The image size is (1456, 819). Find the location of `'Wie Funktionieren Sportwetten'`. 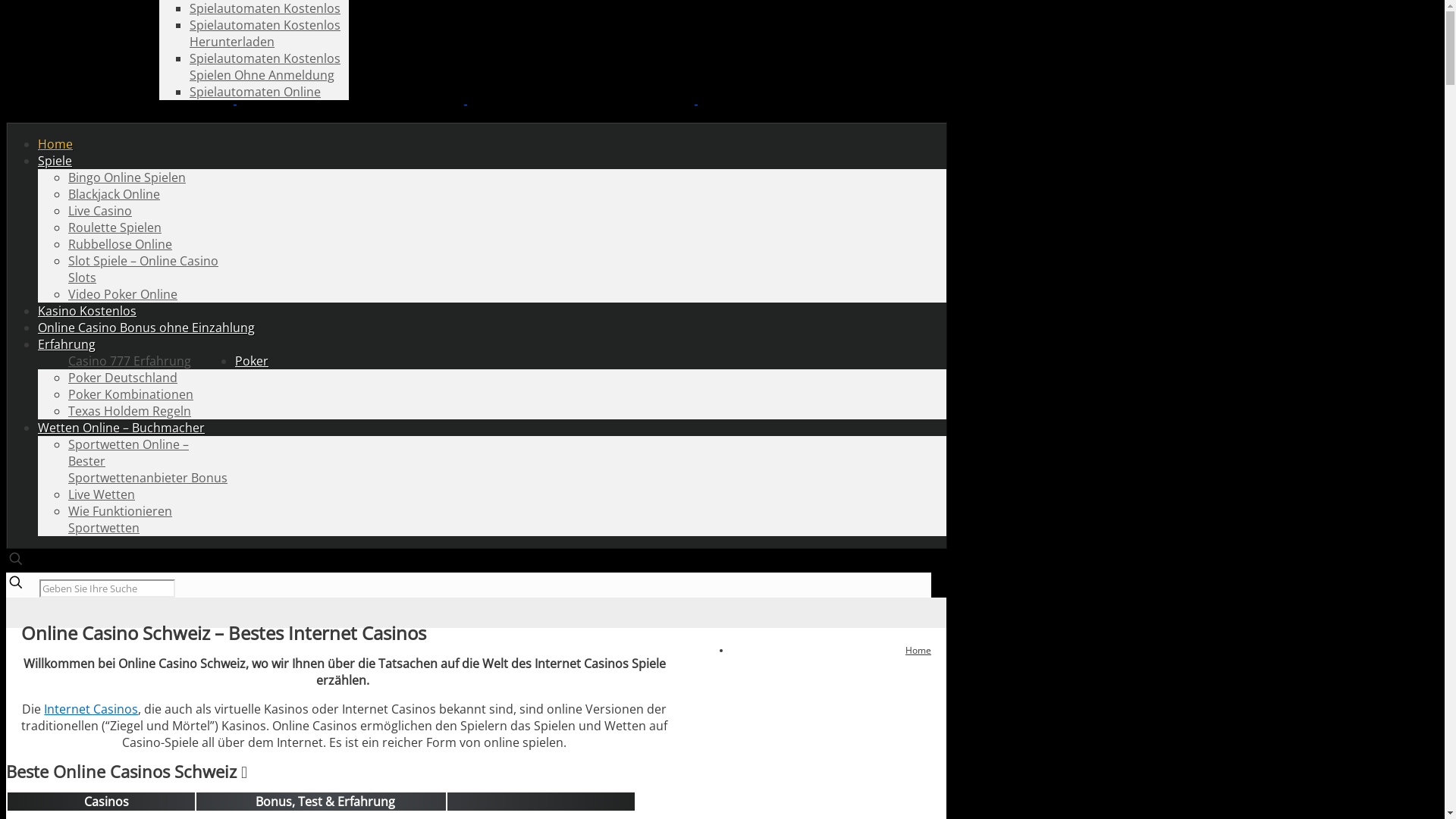

'Wie Funktionieren Sportwetten' is located at coordinates (119, 519).